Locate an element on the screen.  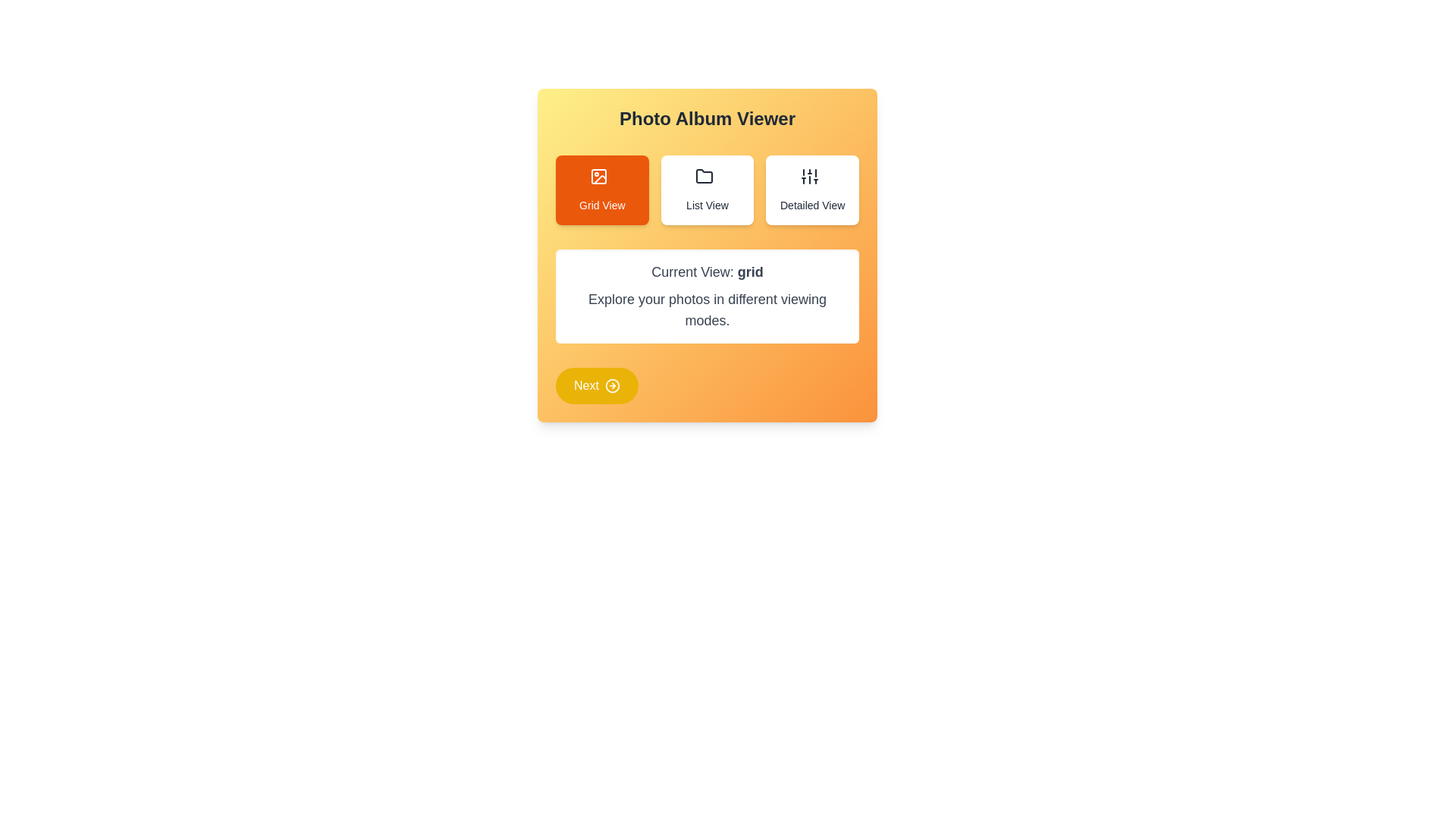
the folder-like icon located under the 'List View' section header is located at coordinates (706, 178).